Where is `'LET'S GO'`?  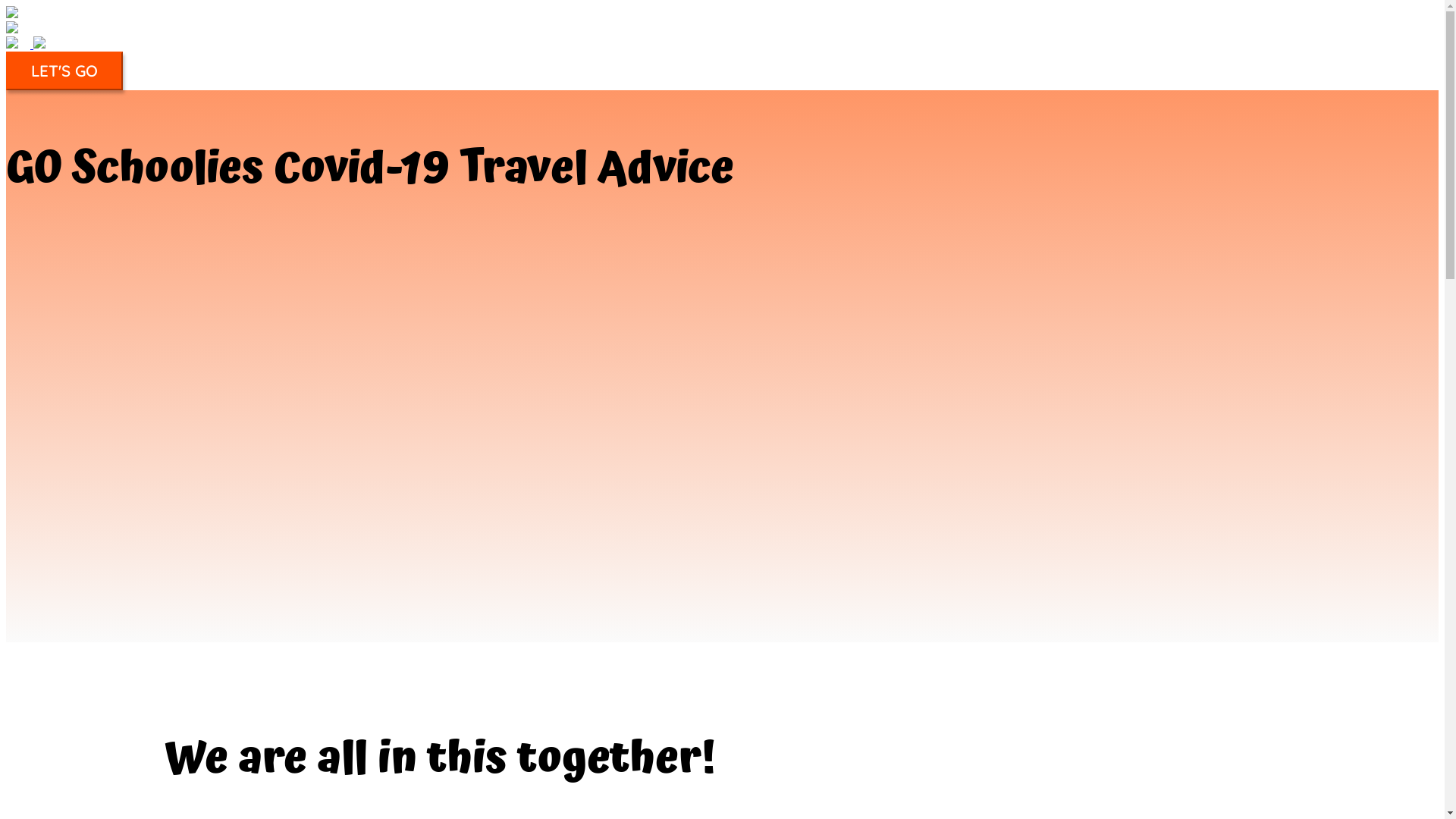
'LET'S GO' is located at coordinates (64, 71).